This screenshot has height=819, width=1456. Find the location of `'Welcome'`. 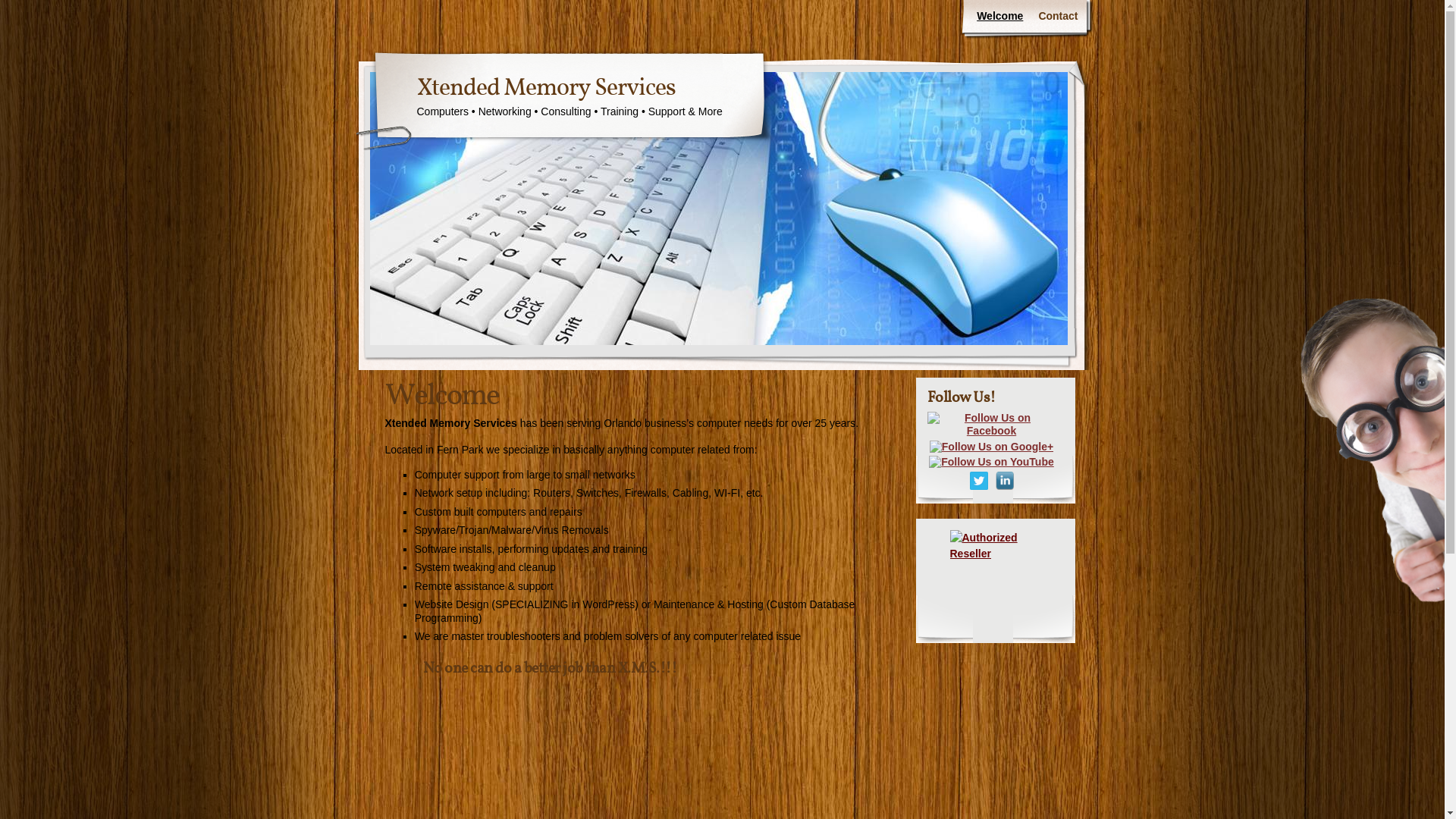

'Welcome' is located at coordinates (968, 17).